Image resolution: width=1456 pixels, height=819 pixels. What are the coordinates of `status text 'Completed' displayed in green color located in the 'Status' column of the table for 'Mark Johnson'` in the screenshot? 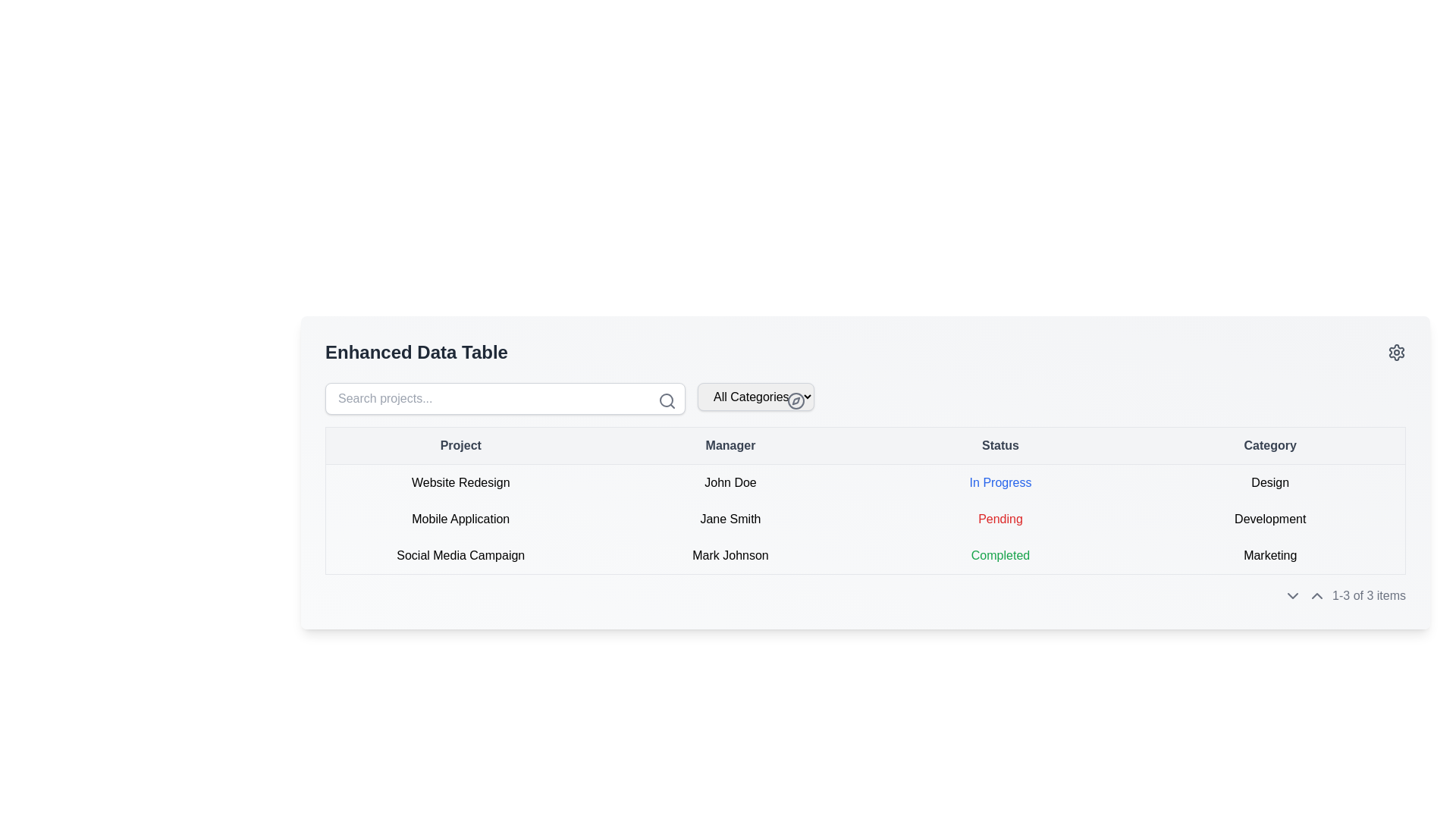 It's located at (1000, 555).